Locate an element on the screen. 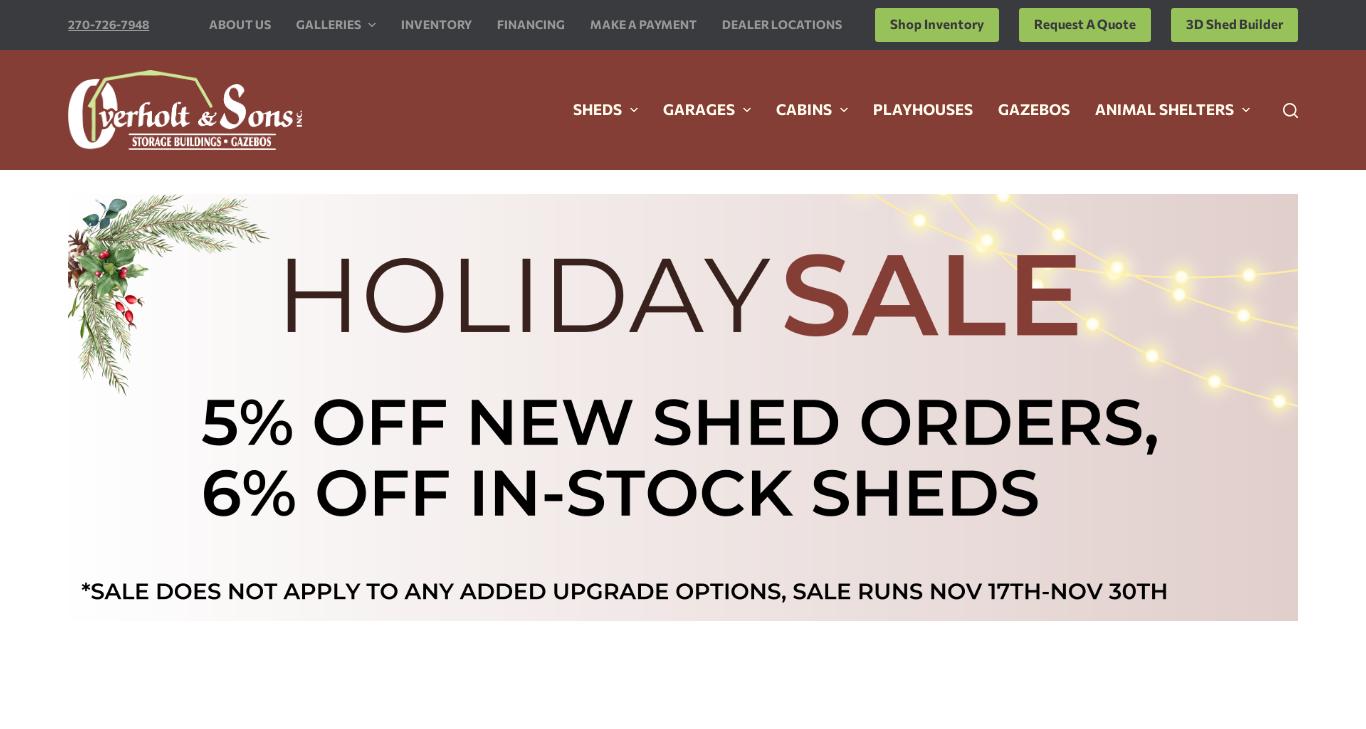  'sales lots' is located at coordinates (819, 313).